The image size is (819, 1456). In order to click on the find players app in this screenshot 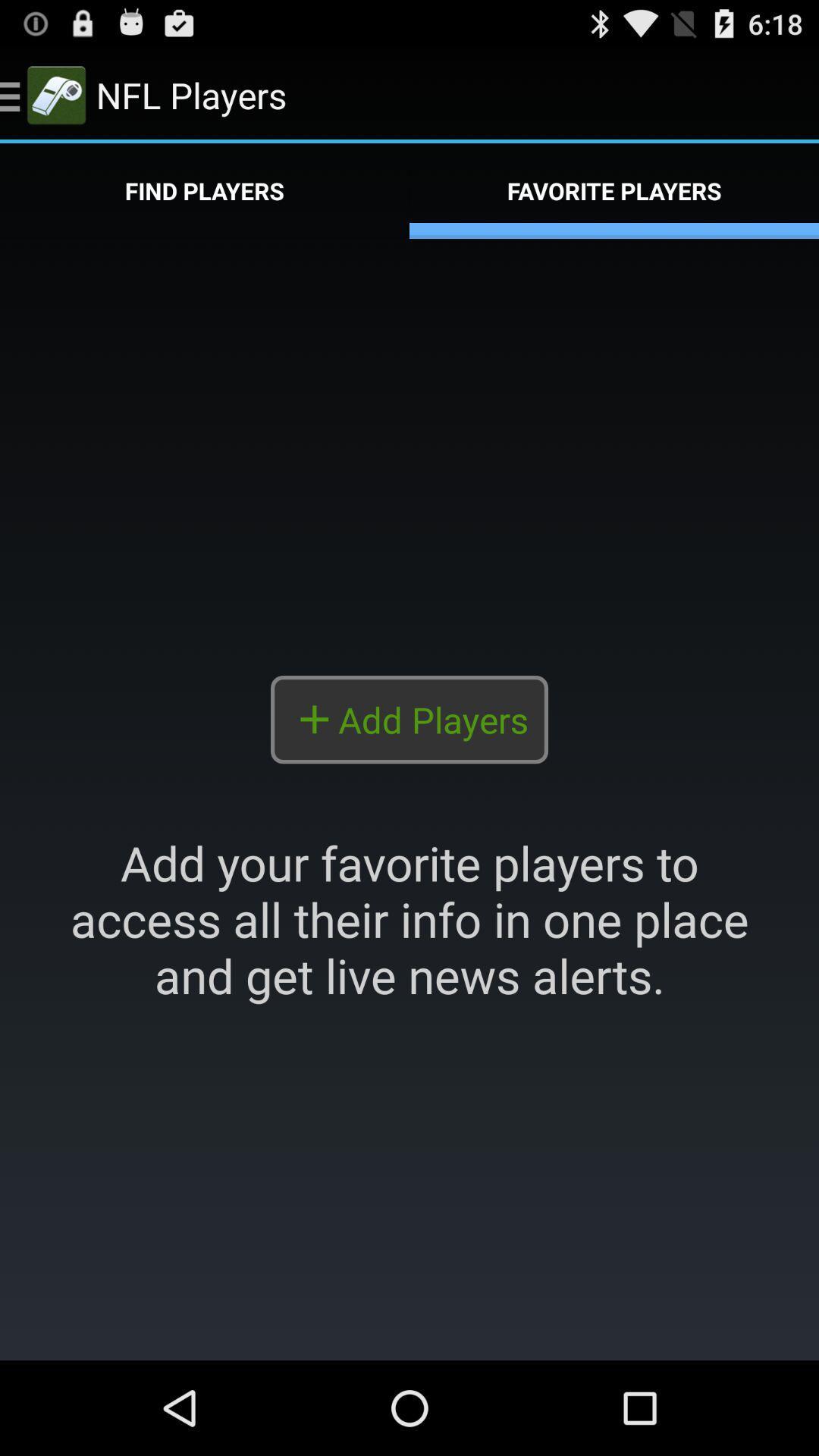, I will do `click(205, 190)`.